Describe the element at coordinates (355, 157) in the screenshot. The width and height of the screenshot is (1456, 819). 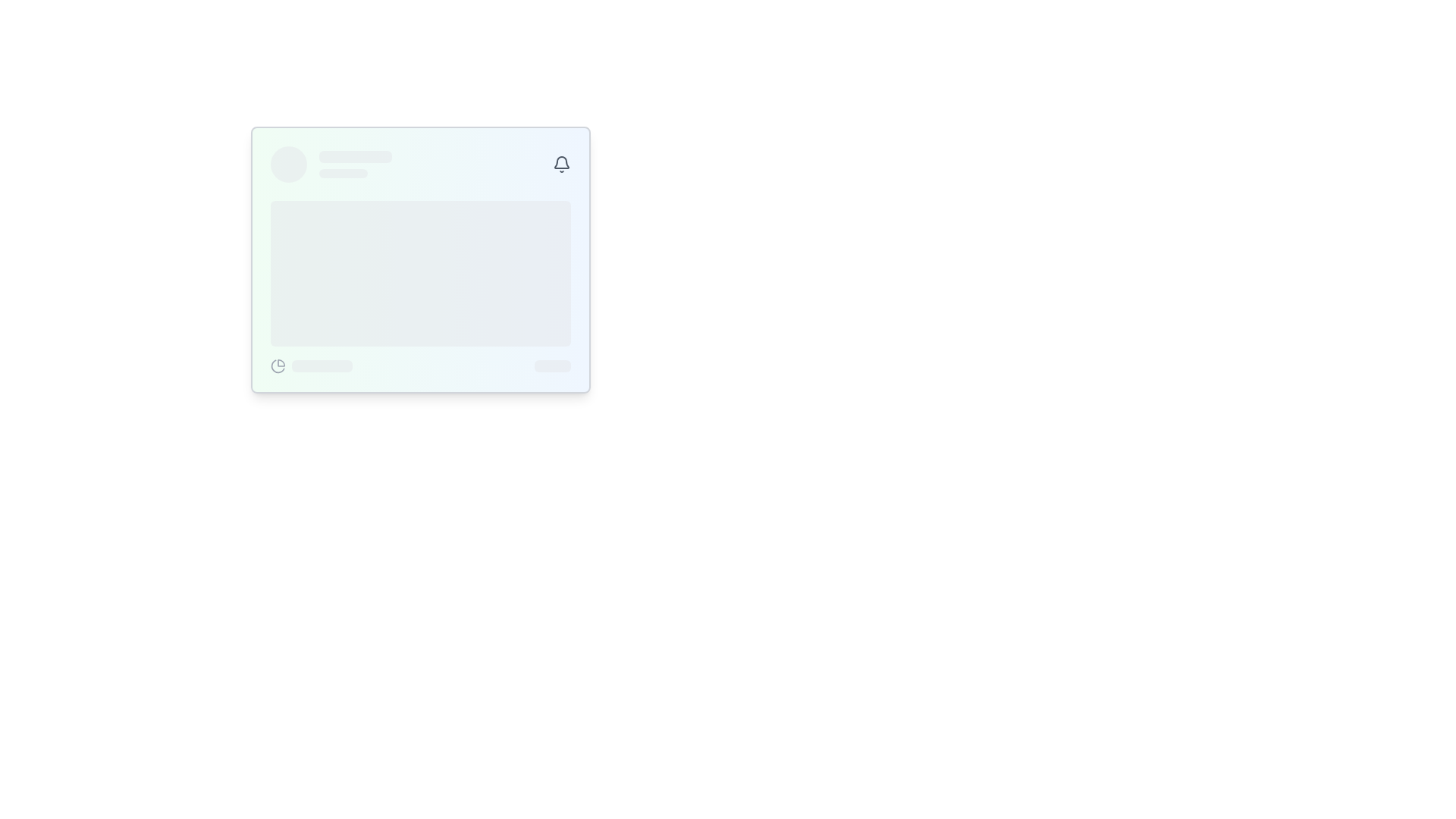
I see `the loading indicator, which is a light gray rectangular bar with rounded edges, positioned at the top-center of the interface` at that location.